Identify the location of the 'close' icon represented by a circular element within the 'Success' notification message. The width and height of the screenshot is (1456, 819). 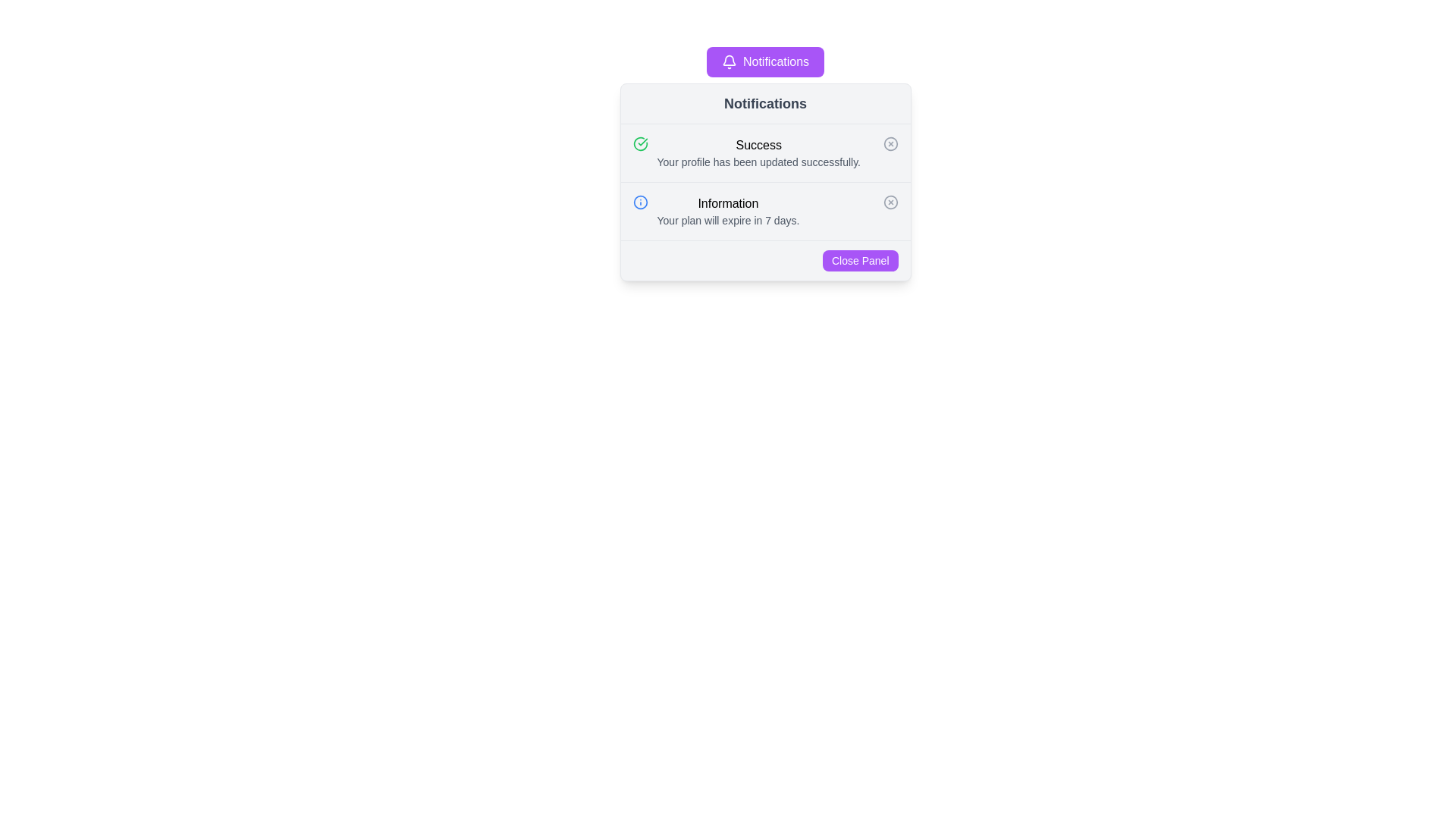
(890, 143).